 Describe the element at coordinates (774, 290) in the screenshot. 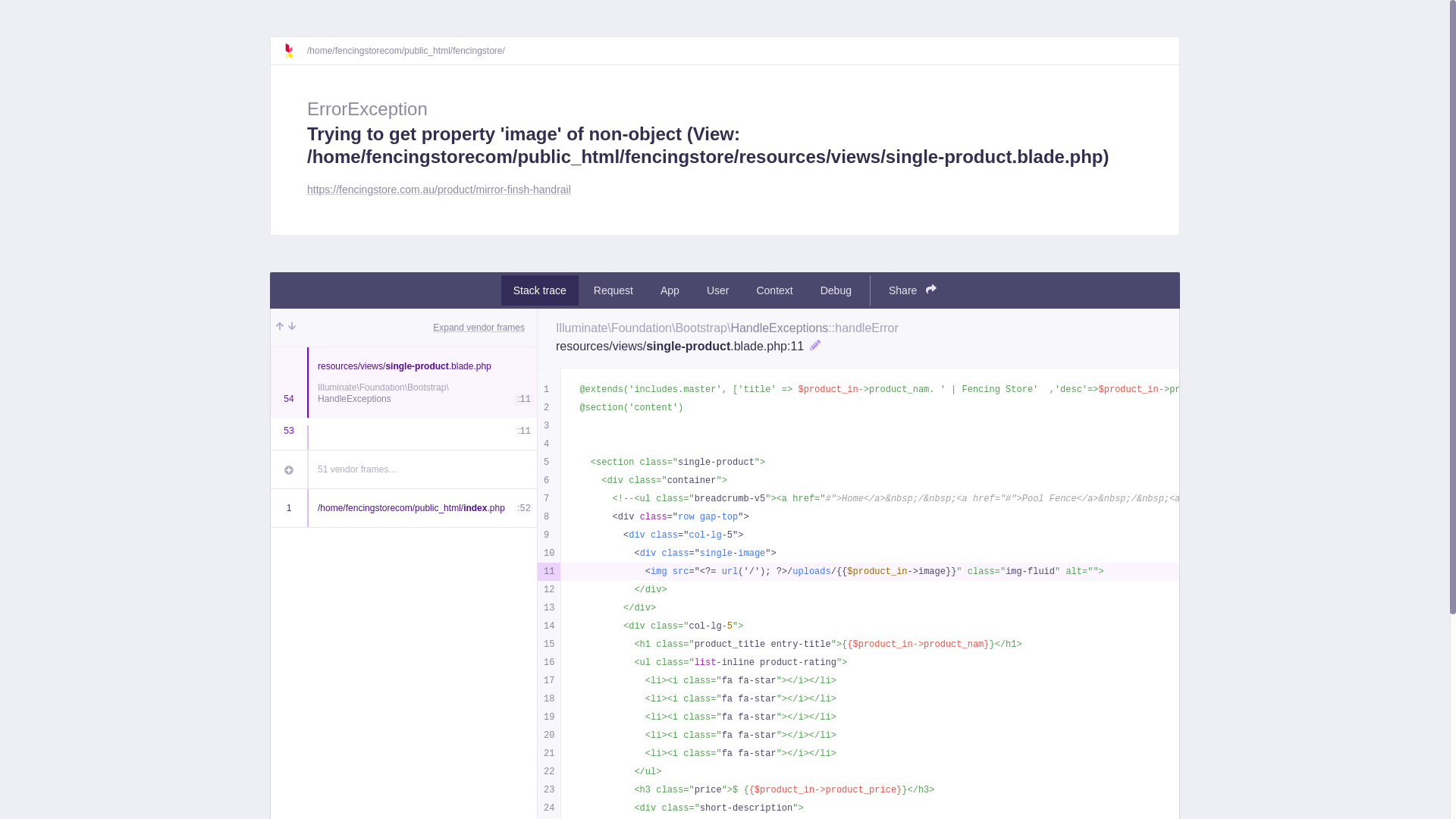

I see `'Context'` at that location.